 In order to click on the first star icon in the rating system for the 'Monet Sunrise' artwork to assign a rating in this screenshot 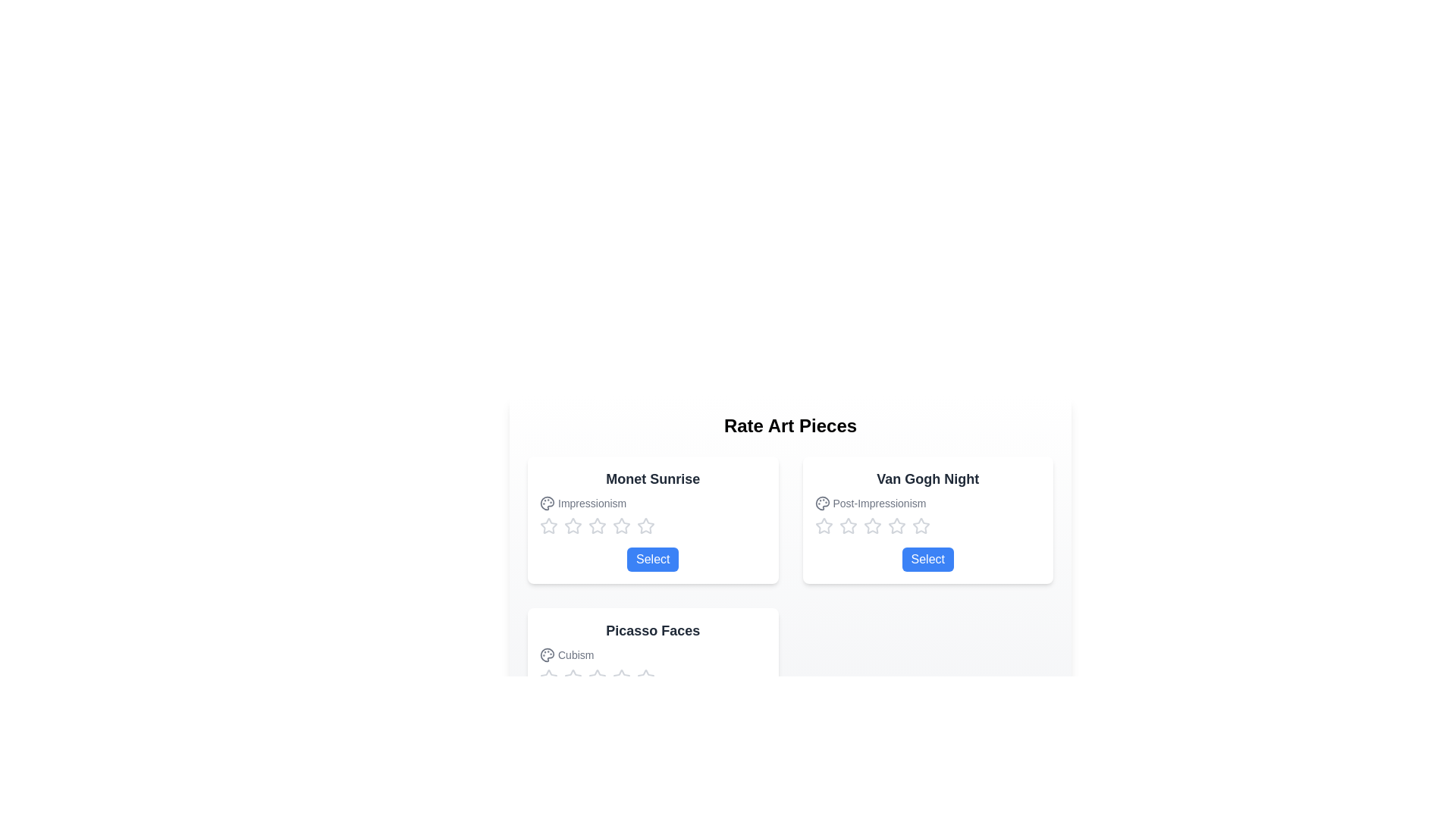, I will do `click(548, 525)`.